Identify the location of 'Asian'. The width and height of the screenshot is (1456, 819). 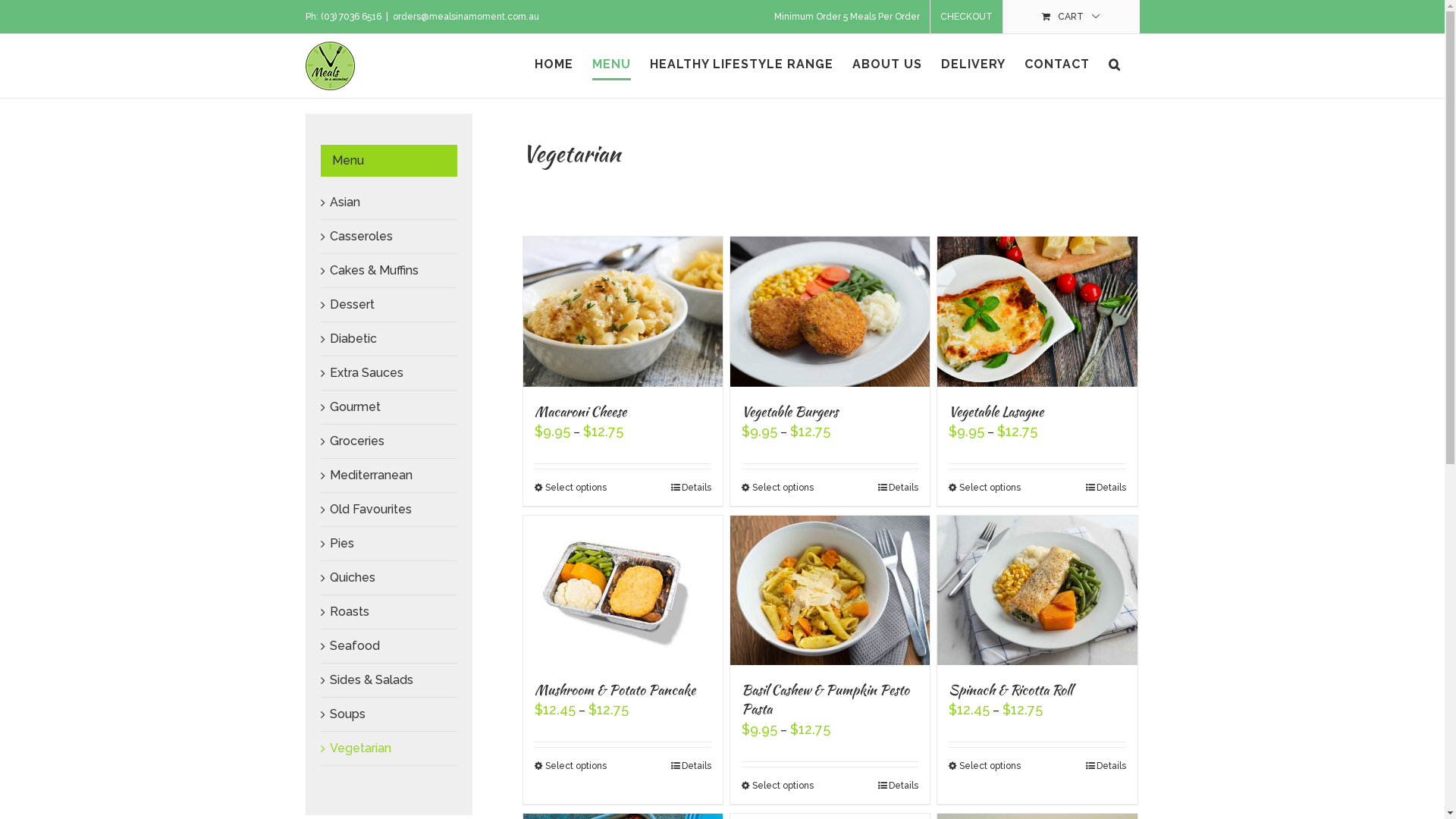
(344, 201).